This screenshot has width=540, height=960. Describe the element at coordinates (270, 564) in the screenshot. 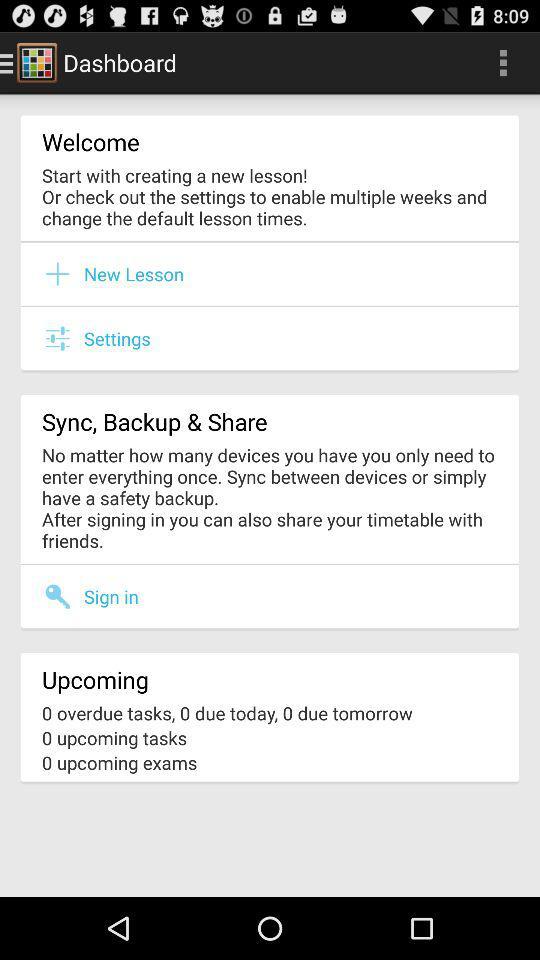

I see `the item below the no matter how item` at that location.